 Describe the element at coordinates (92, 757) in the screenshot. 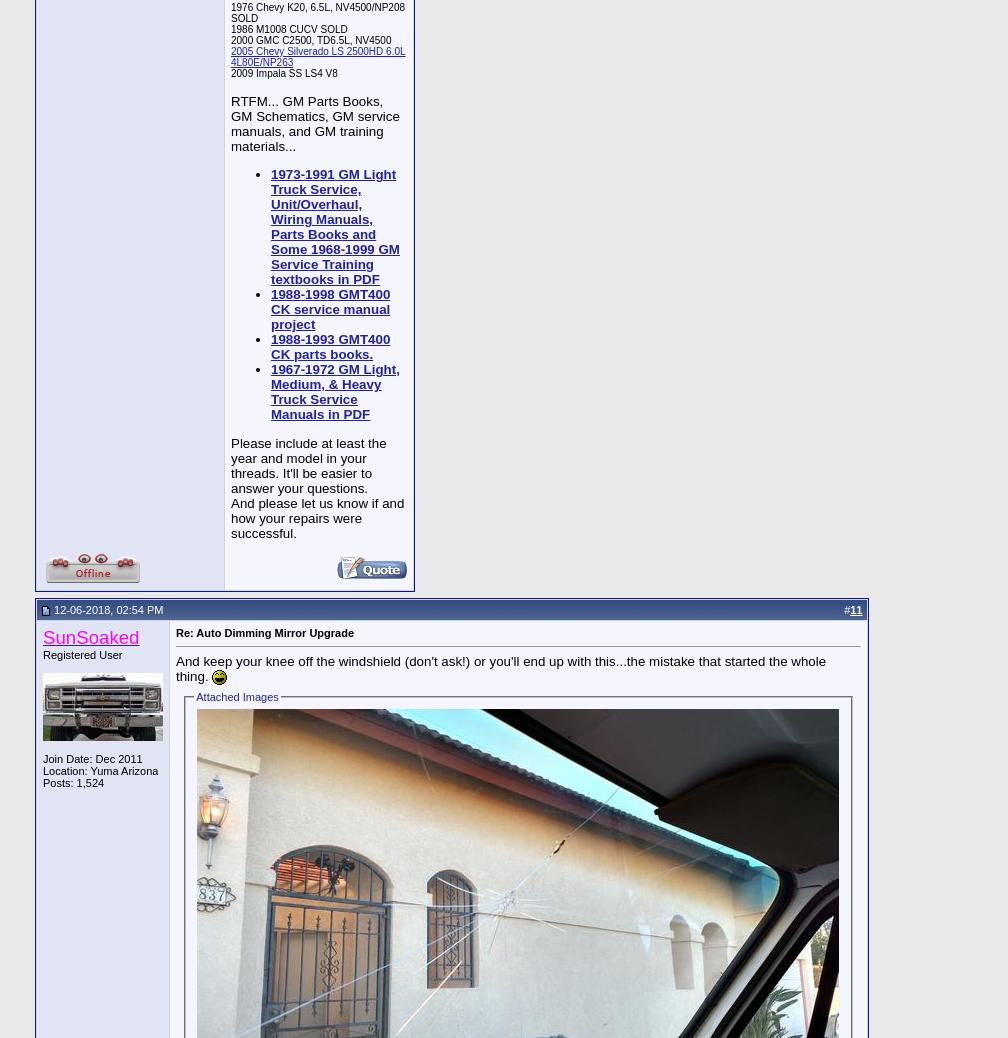

I see `'Join Date: Dec 2011'` at that location.